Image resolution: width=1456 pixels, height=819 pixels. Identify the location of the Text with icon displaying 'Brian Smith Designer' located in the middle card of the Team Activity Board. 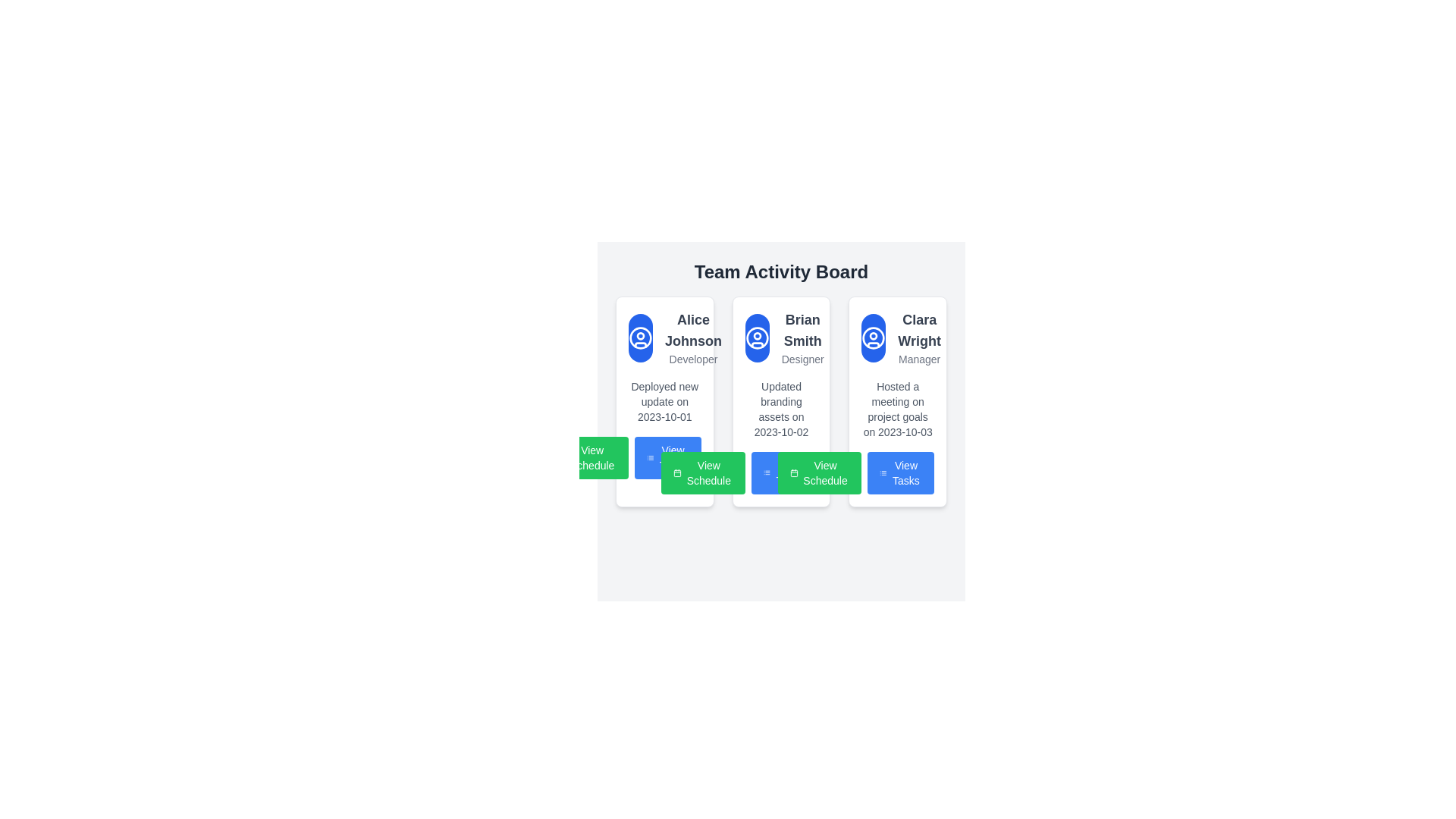
(781, 337).